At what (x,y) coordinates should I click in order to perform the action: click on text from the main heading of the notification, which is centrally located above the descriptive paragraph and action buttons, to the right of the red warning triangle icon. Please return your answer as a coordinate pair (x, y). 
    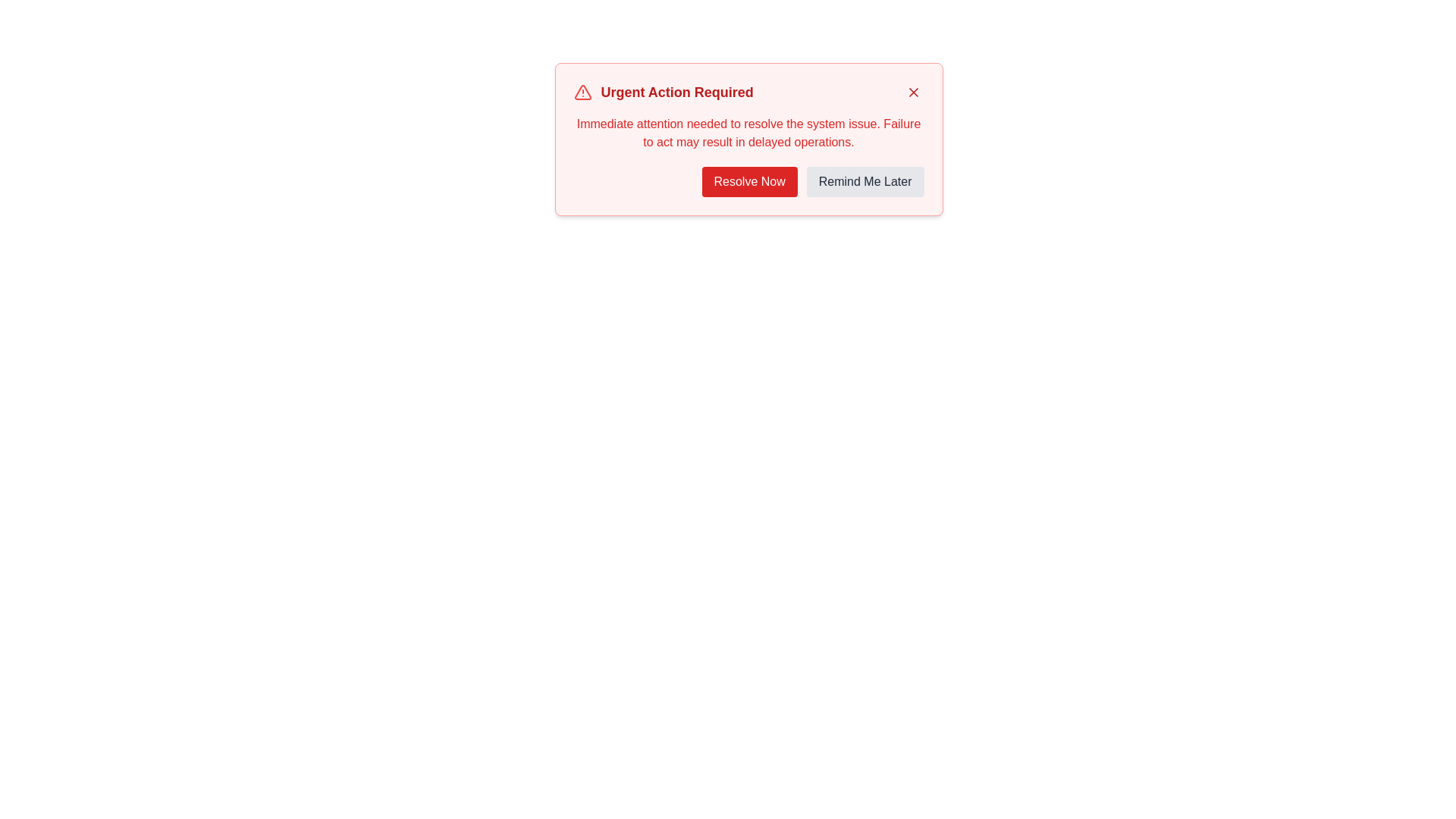
    Looking at the image, I should click on (676, 93).